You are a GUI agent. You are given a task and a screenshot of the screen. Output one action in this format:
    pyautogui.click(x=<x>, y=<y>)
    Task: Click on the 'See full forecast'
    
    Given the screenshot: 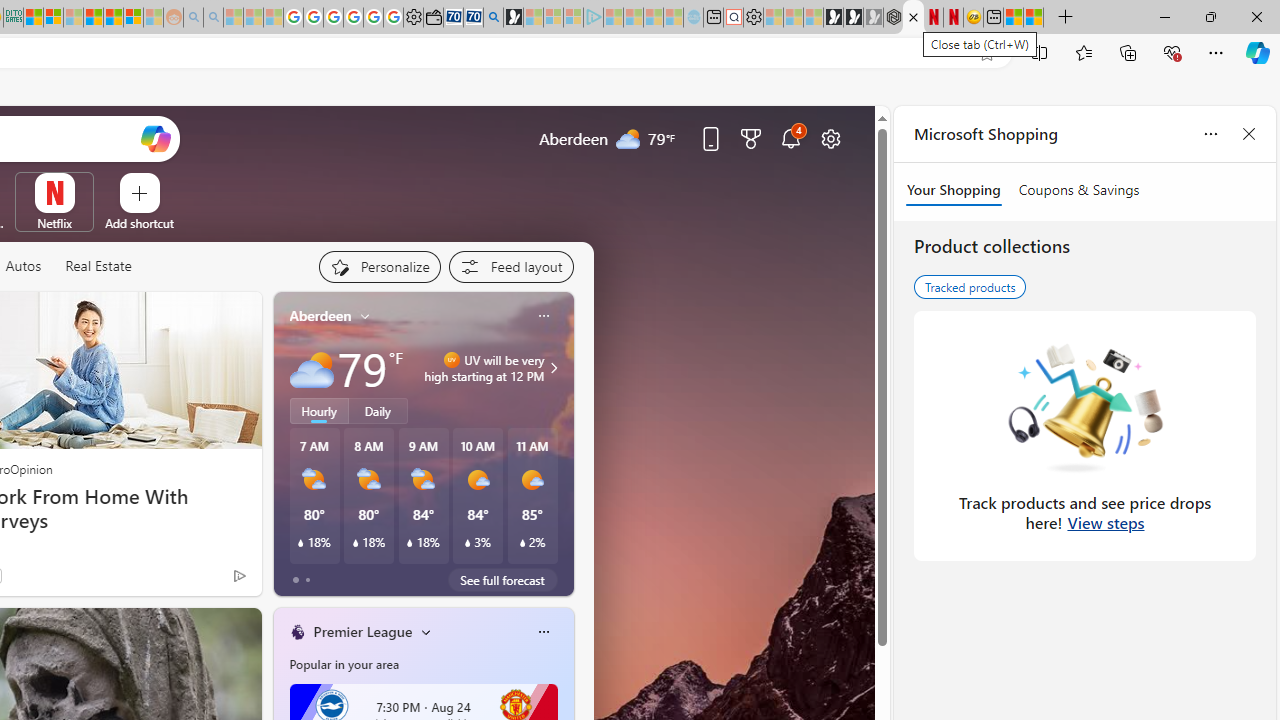 What is the action you would take?
    pyautogui.click(x=502, y=579)
    